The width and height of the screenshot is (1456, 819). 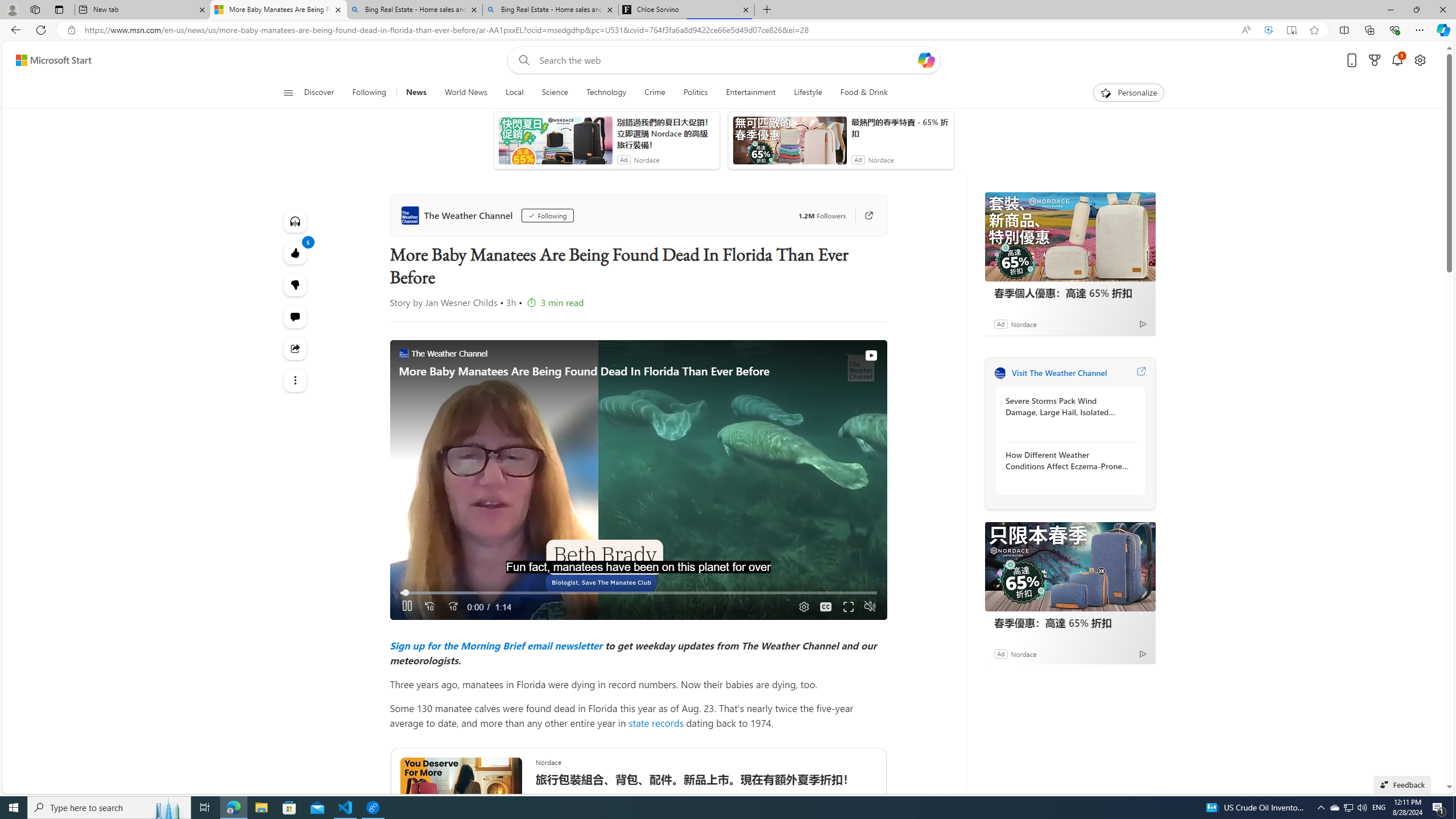 I want to click on 'World News', so click(x=466, y=92).